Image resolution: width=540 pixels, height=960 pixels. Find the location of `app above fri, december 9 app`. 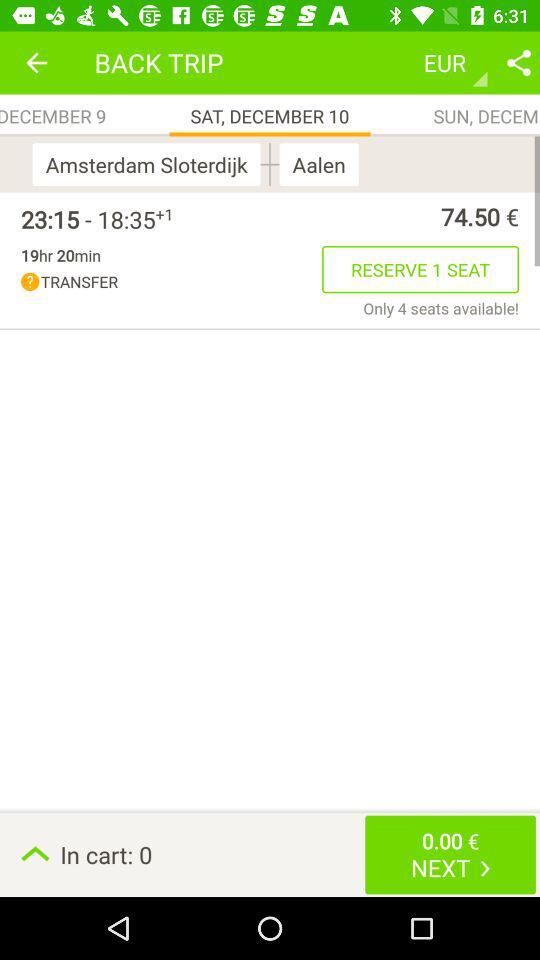

app above fri, december 9 app is located at coordinates (36, 62).